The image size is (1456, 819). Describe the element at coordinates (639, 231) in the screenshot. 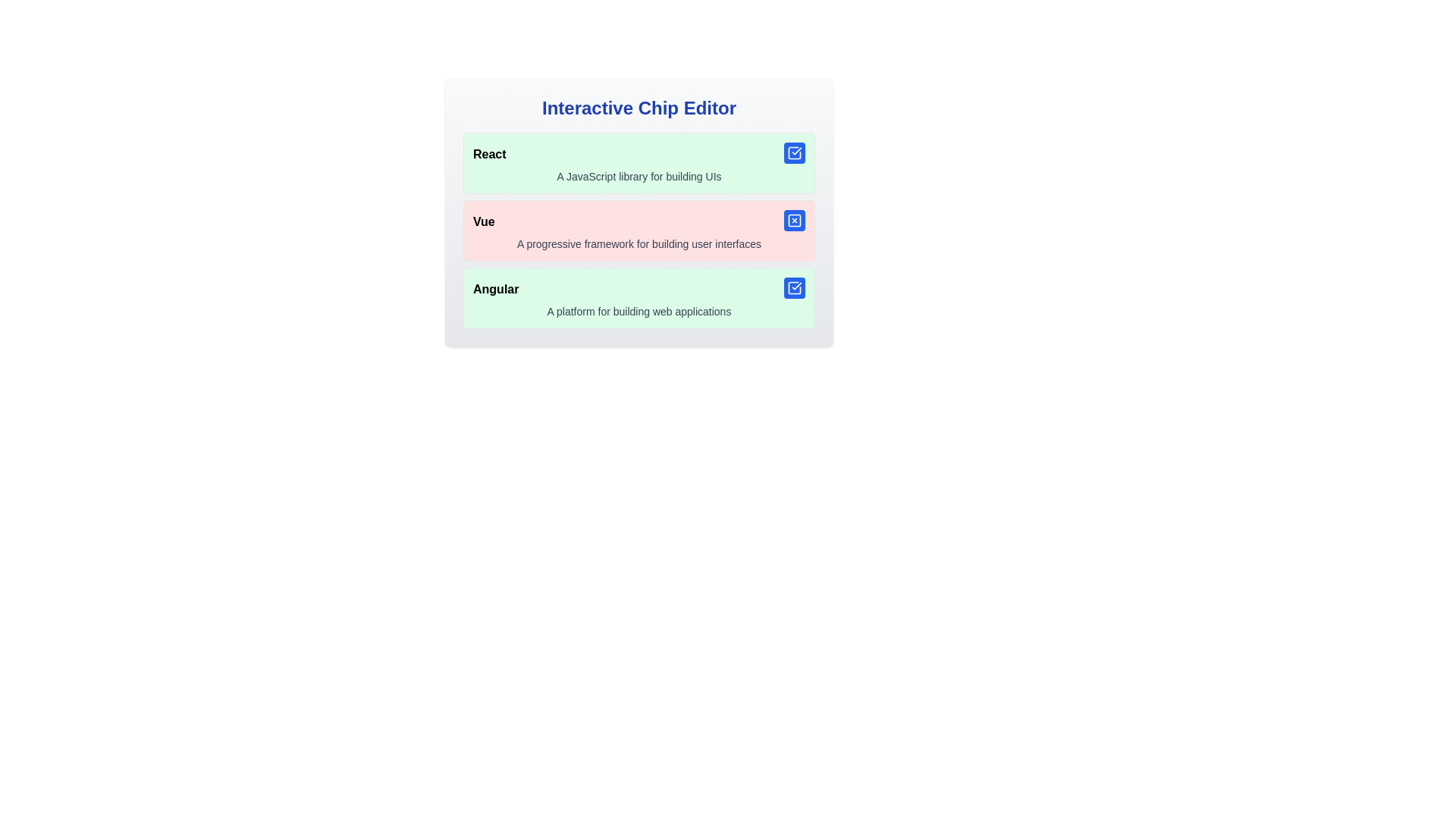

I see `the label and description of the chip item Vue` at that location.